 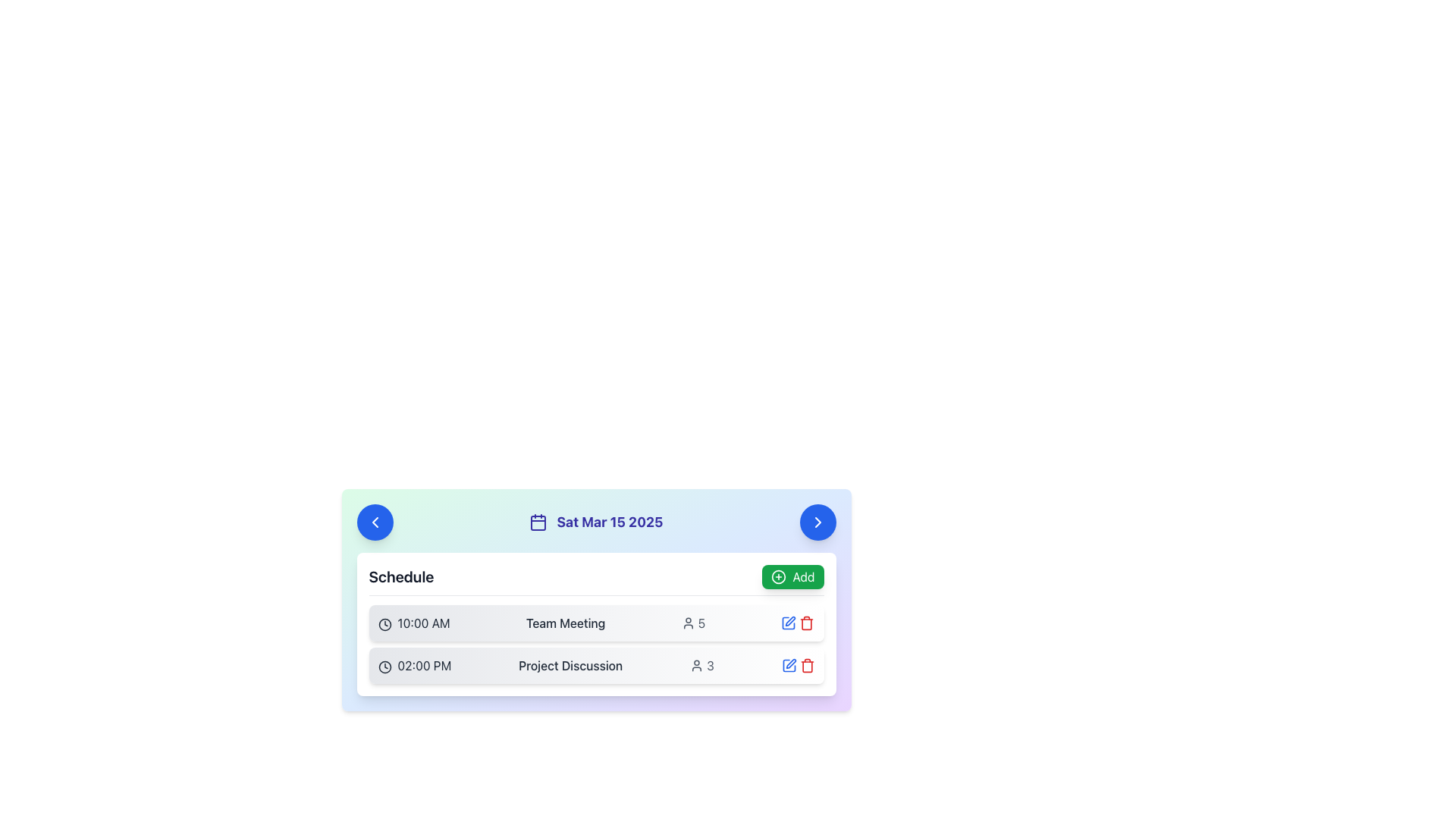 I want to click on the SVG icon representing a user or person, which is located next to the number '5' in the 'Team Meeting' row of the schedule, so click(x=687, y=623).